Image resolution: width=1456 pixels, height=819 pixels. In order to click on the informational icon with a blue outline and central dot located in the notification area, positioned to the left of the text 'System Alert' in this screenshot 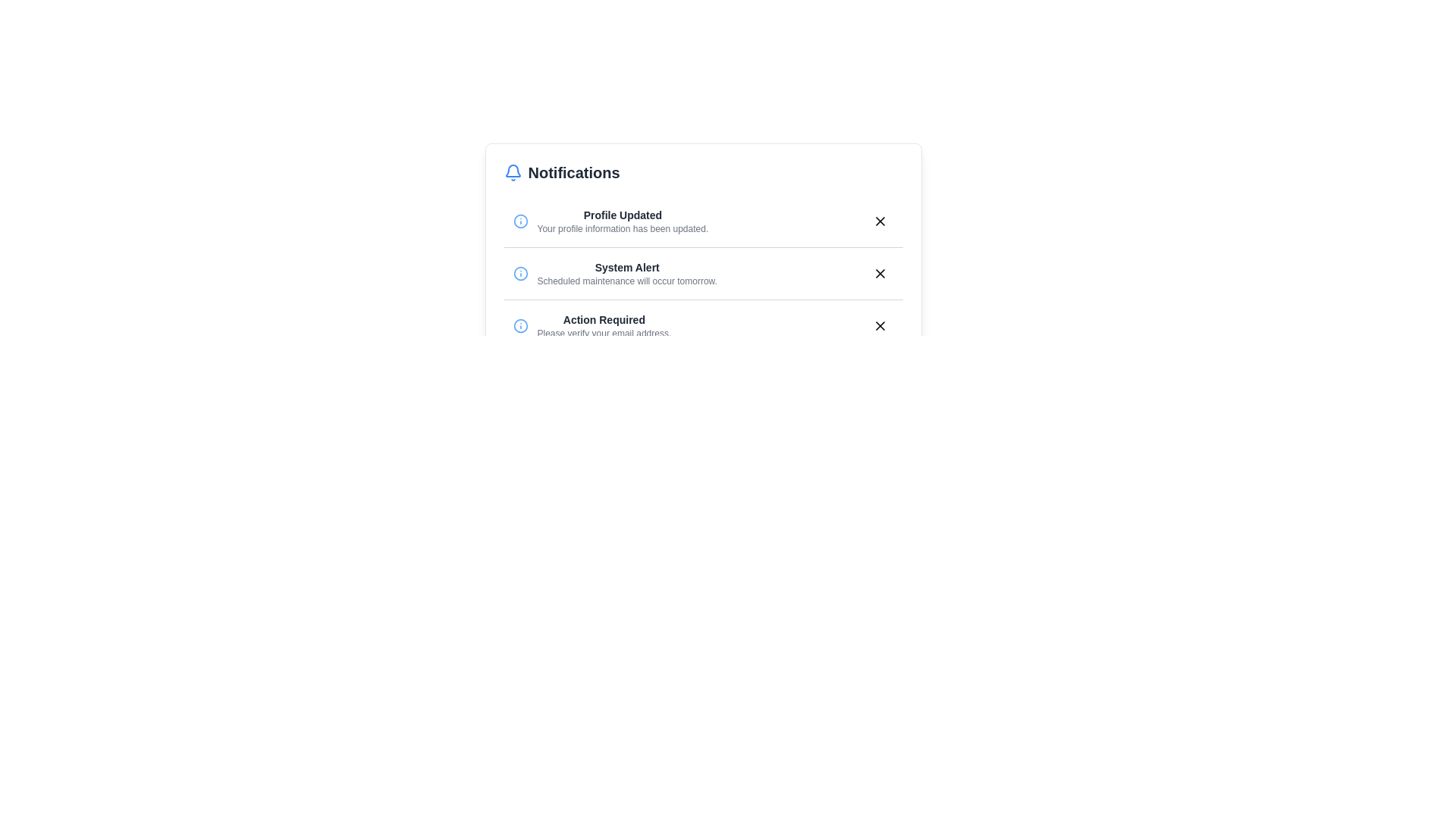, I will do `click(520, 274)`.